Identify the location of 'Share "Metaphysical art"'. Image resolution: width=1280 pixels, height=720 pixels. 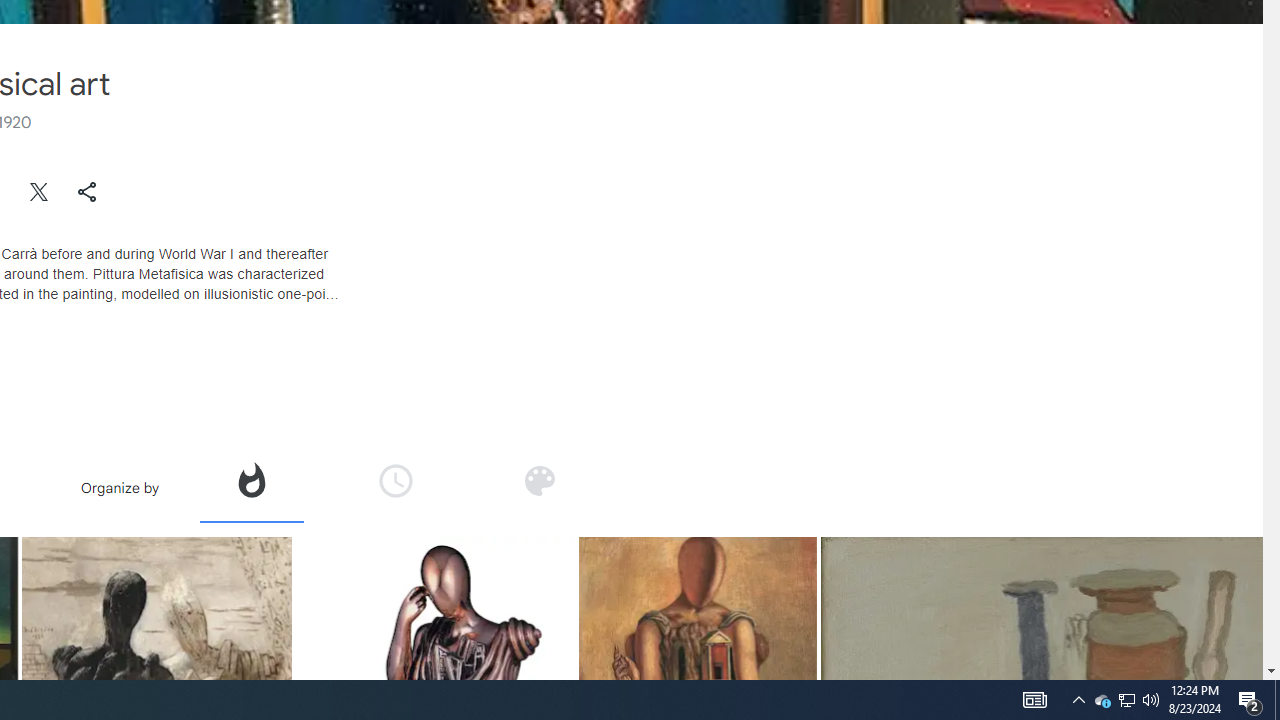
(86, 191).